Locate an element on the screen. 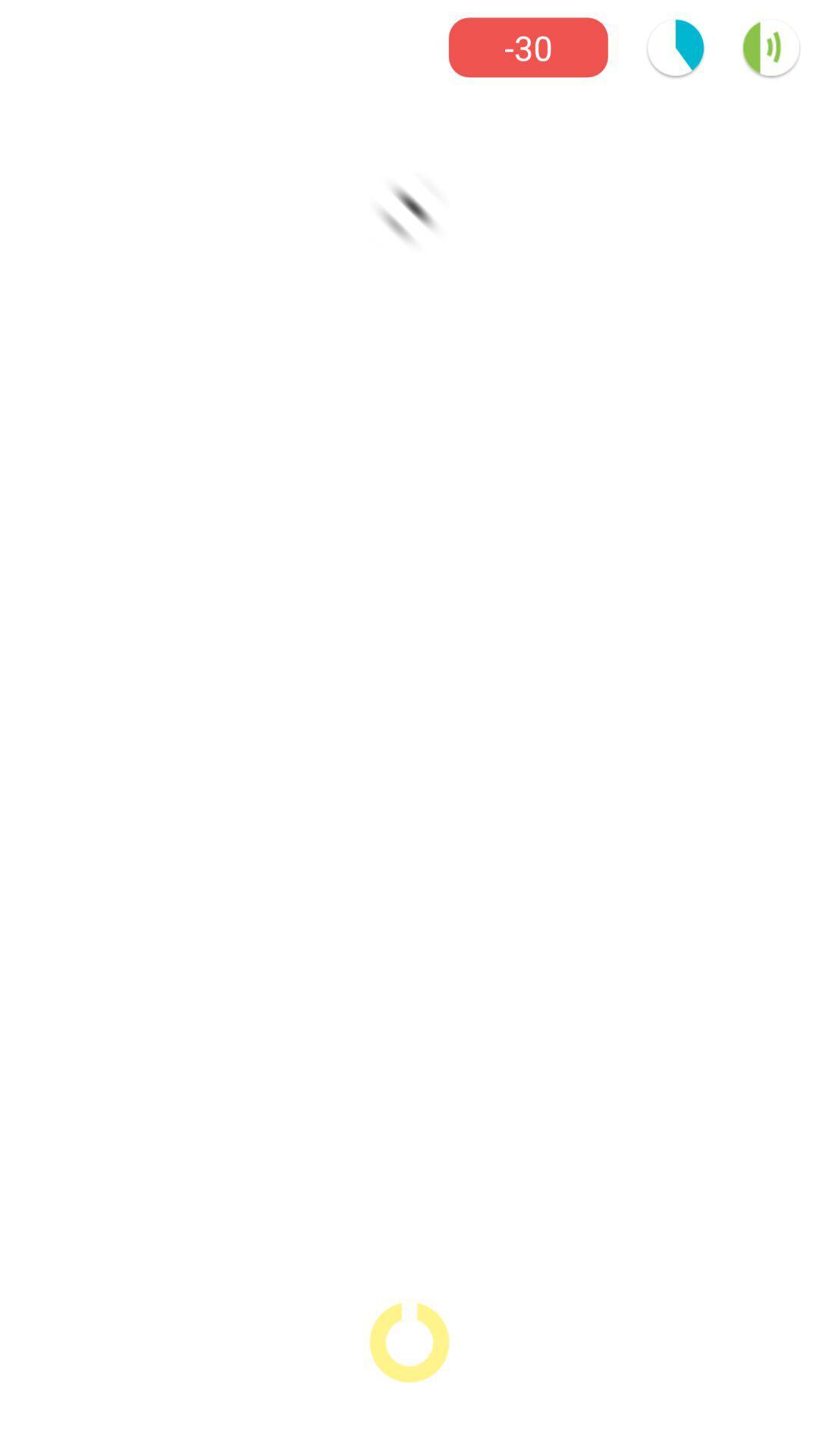 The height and width of the screenshot is (1456, 819). the power icon is located at coordinates (409, 1342).